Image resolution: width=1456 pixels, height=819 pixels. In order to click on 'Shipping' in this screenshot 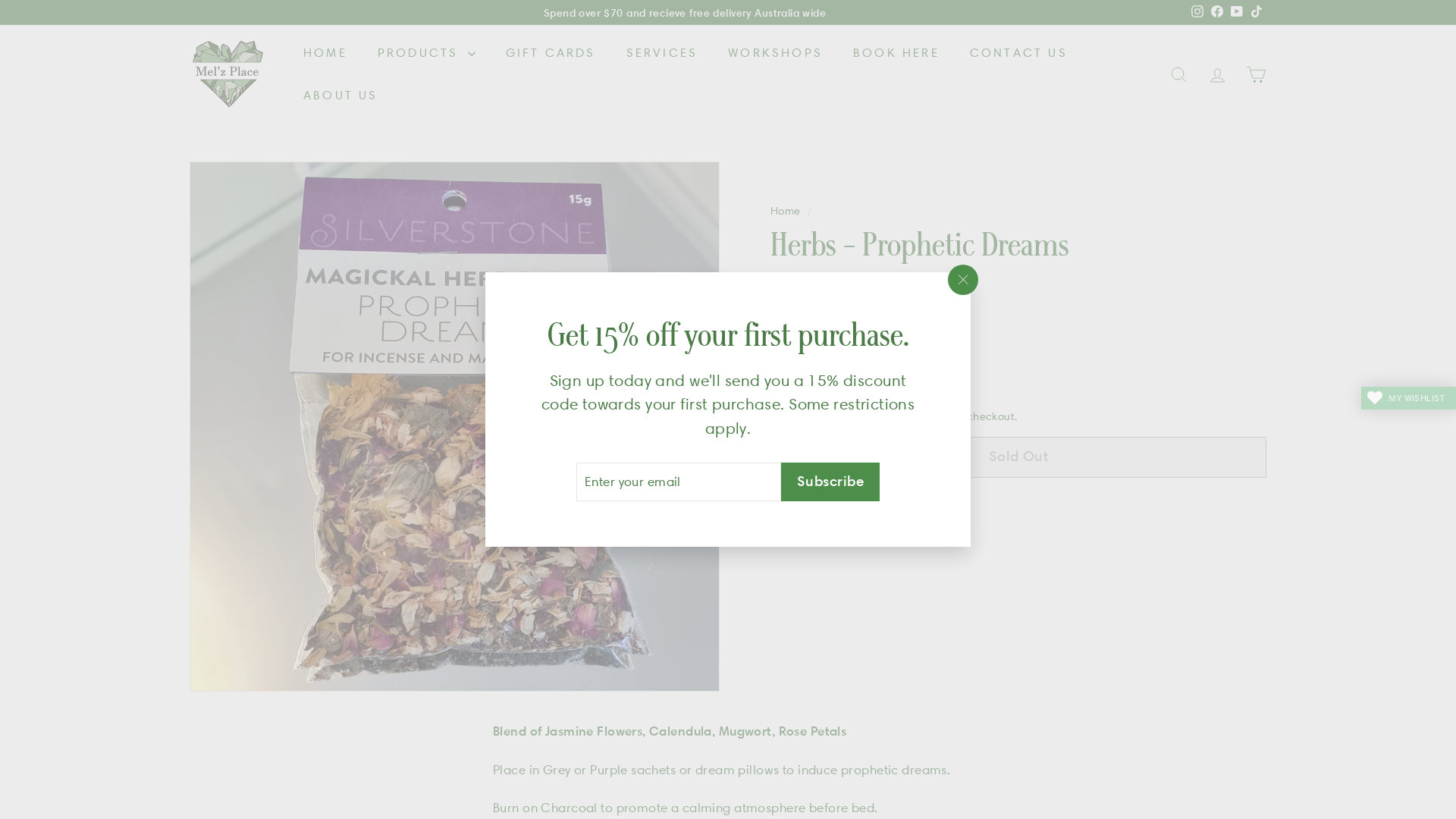, I will do `click(866, 416)`.